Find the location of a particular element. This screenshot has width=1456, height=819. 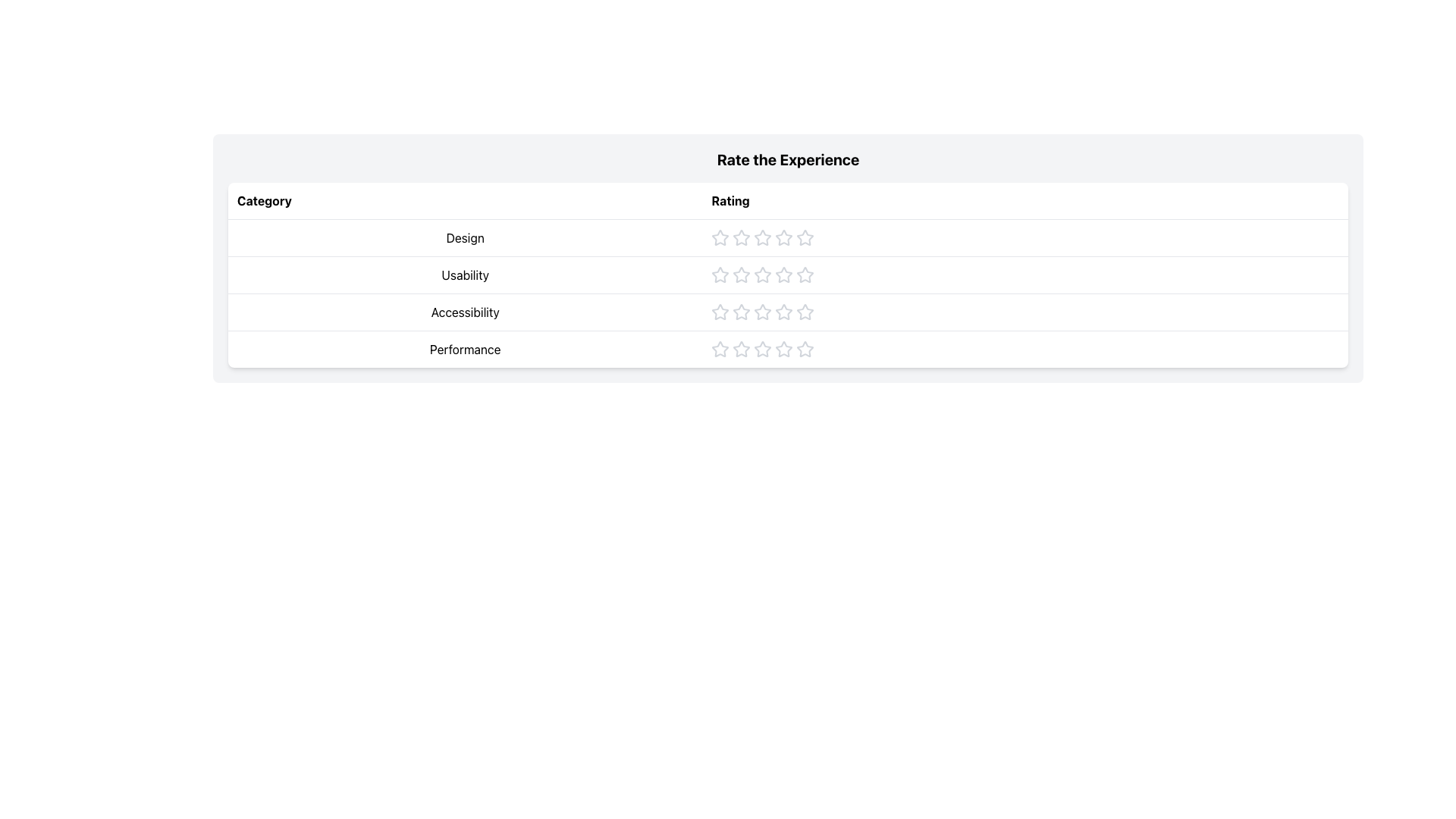

the third star in the 5-star rating system in the 'Design' row to assign a rating is located at coordinates (783, 237).